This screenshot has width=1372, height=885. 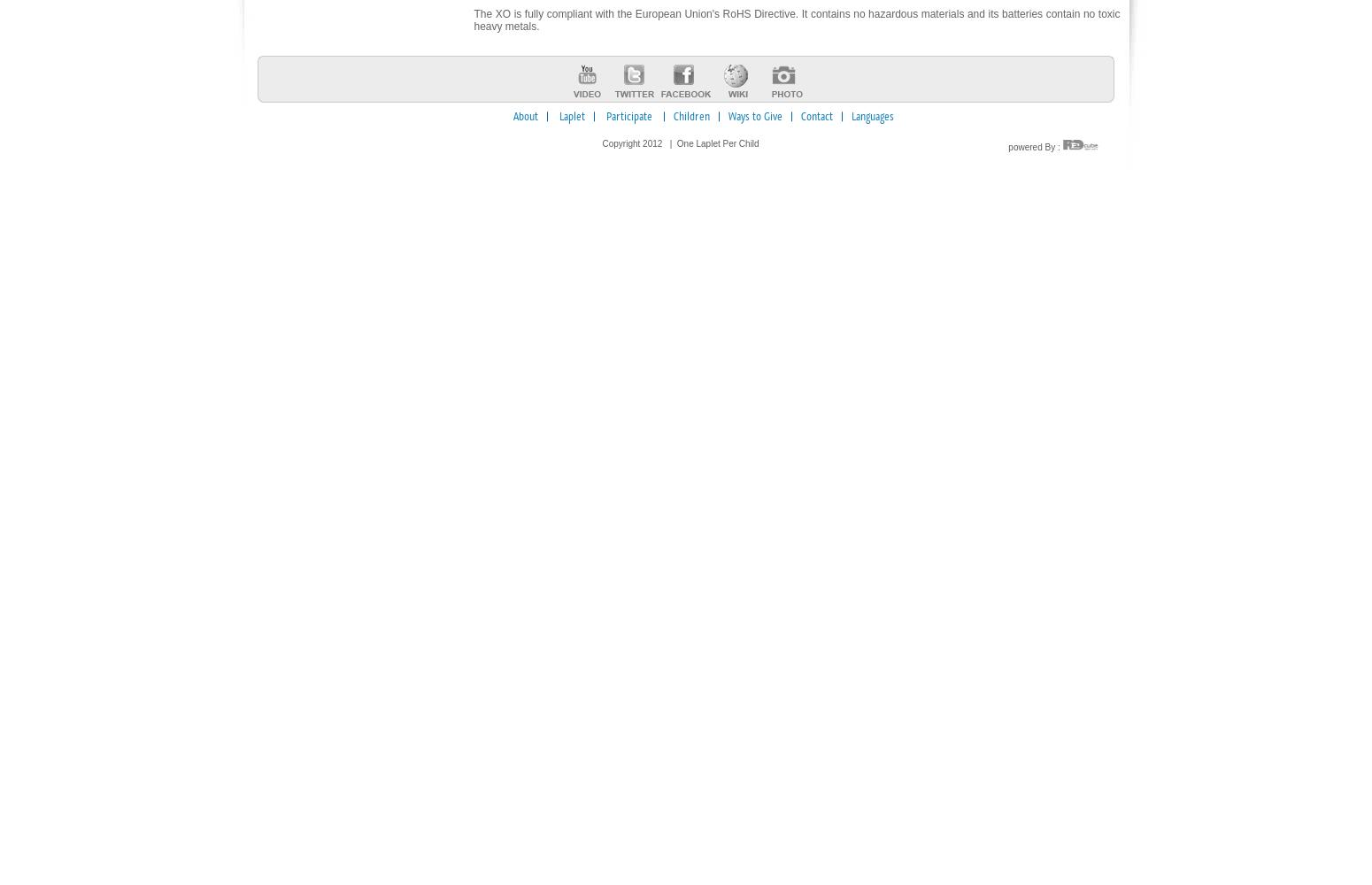 I want to click on 'The XO is fully compliant with the European Union's RoHS Directive. It contains no hazardous materials and its batteries contain no toxic heavy metals.', so click(x=796, y=20).